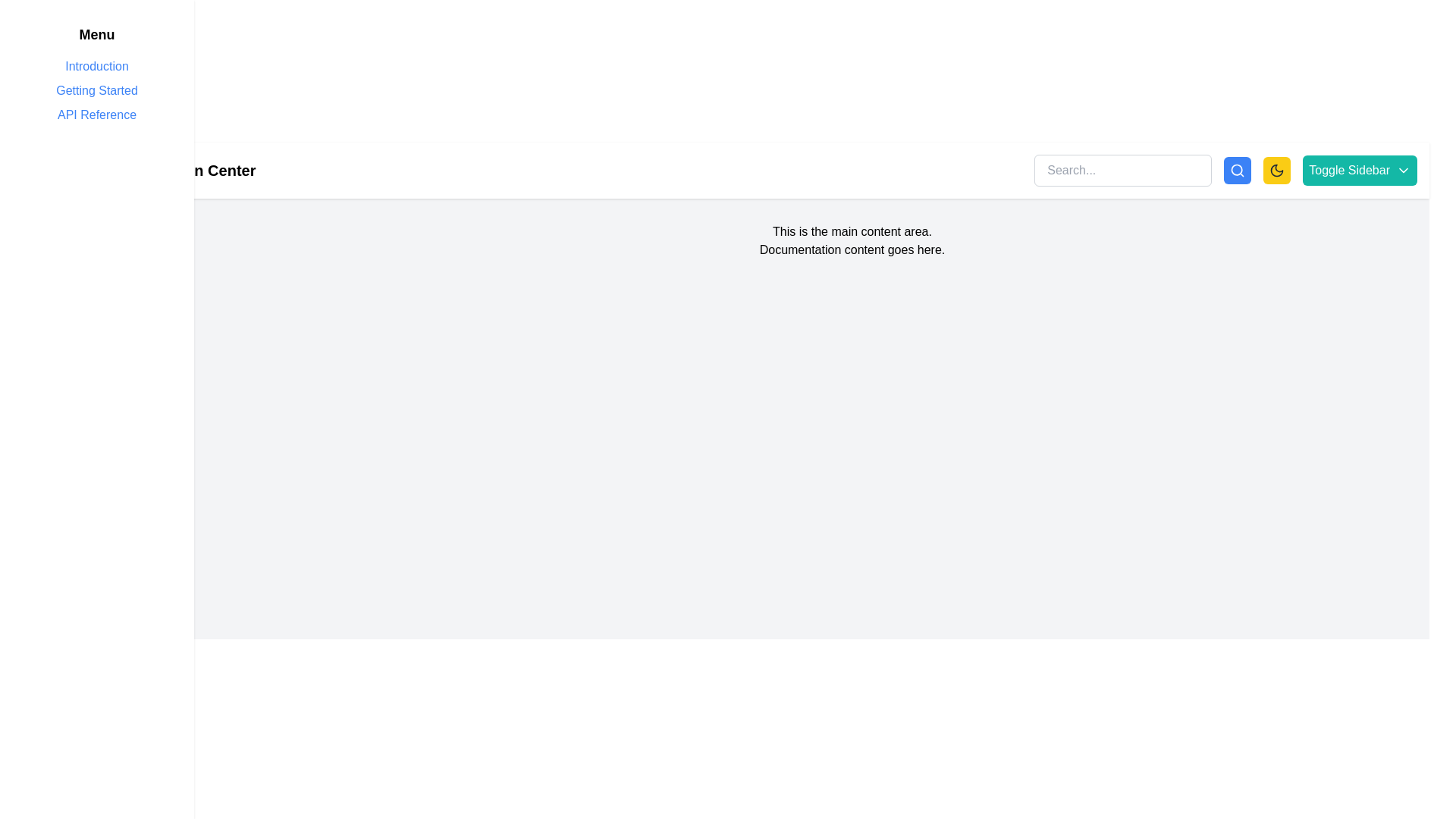  Describe the element at coordinates (1403, 170) in the screenshot. I see `the rightmost part of the 'Toggle Sidebar' button` at that location.